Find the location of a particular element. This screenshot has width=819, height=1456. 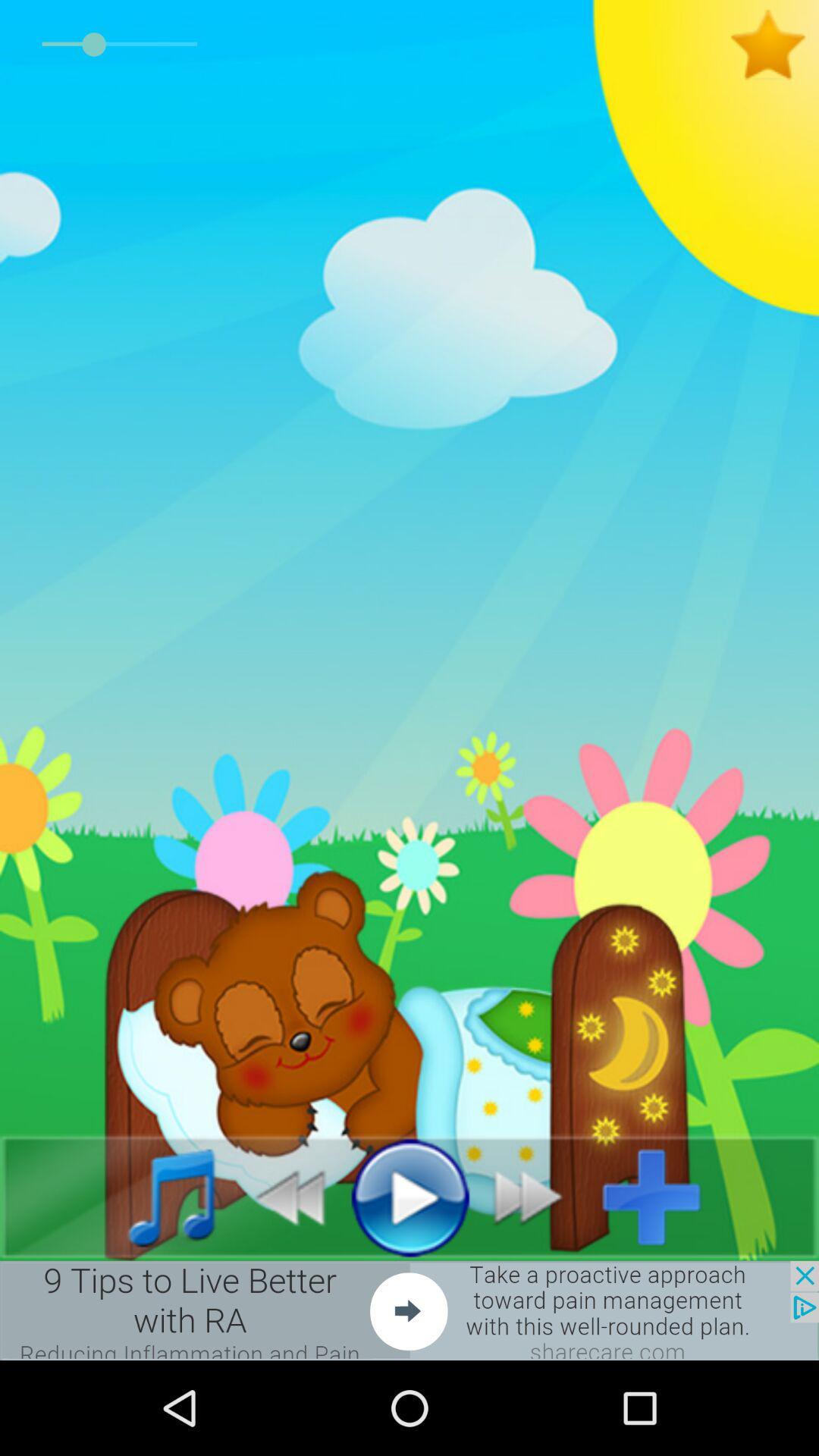

play is located at coordinates (409, 1196).